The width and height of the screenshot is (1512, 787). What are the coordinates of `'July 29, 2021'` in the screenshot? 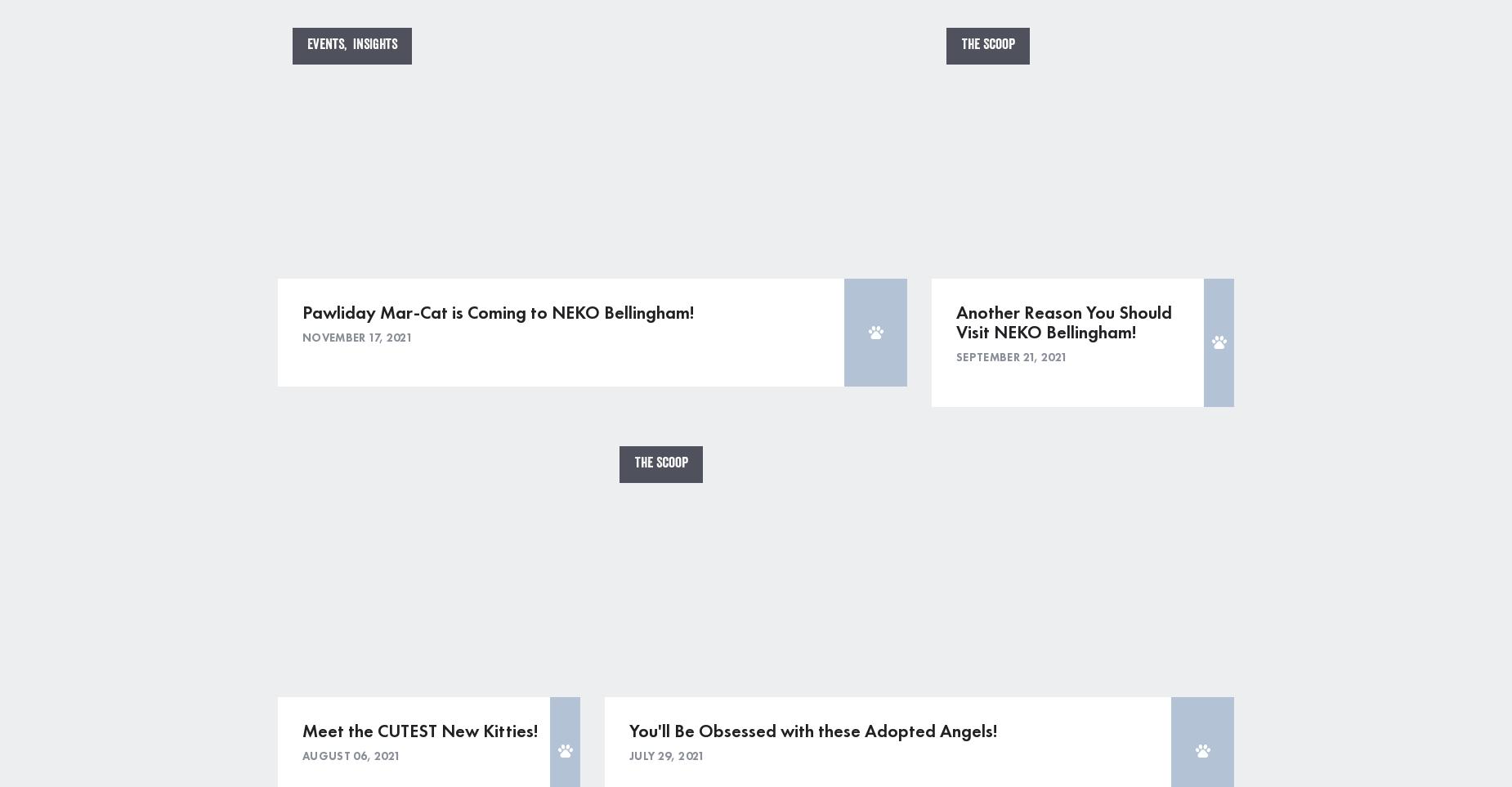 It's located at (667, 754).